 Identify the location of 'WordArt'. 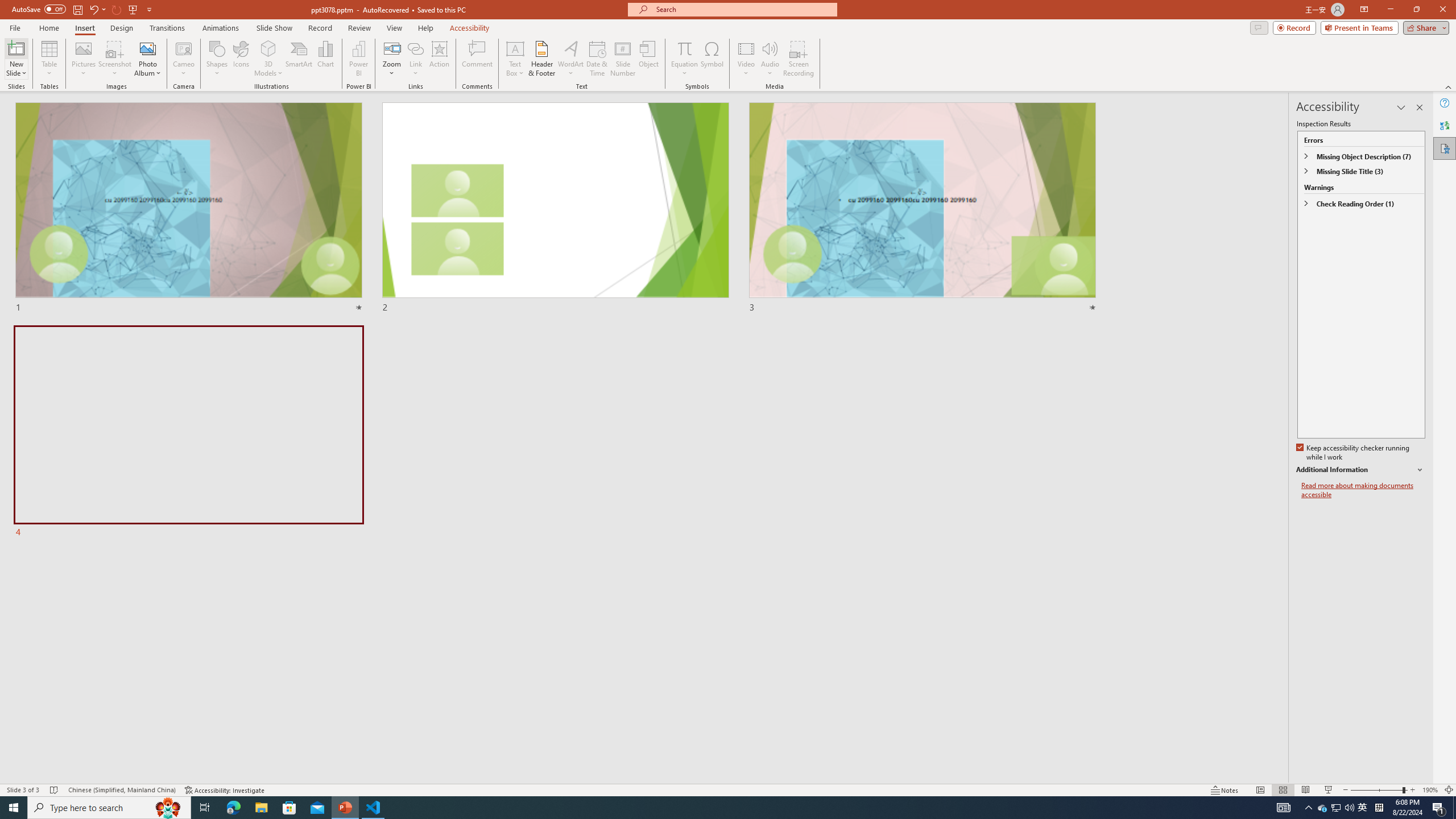
(570, 59).